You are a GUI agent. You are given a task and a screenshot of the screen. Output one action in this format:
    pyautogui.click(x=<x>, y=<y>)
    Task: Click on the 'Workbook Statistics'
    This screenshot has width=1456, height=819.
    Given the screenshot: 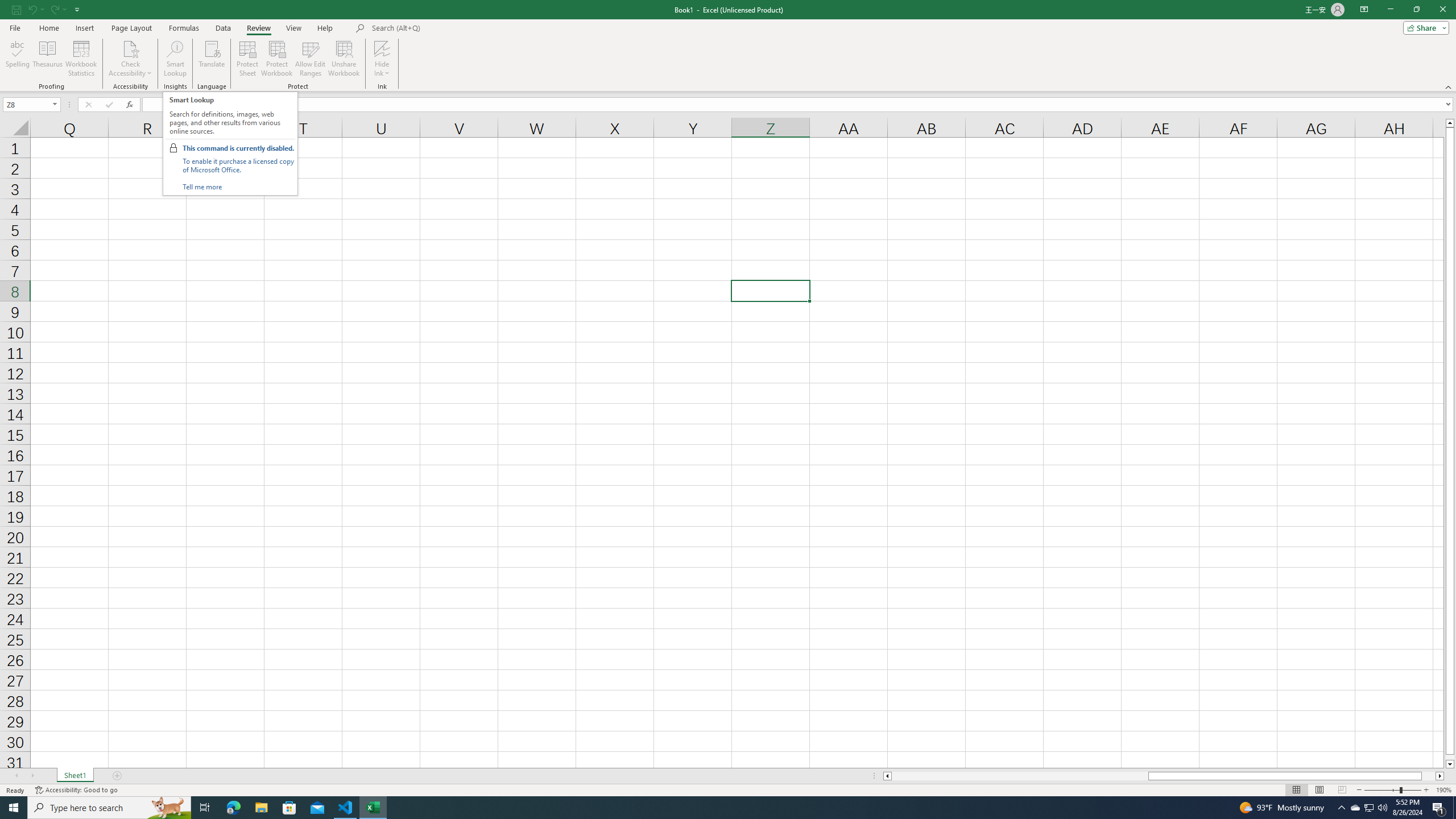 What is the action you would take?
    pyautogui.click(x=81, y=59)
    